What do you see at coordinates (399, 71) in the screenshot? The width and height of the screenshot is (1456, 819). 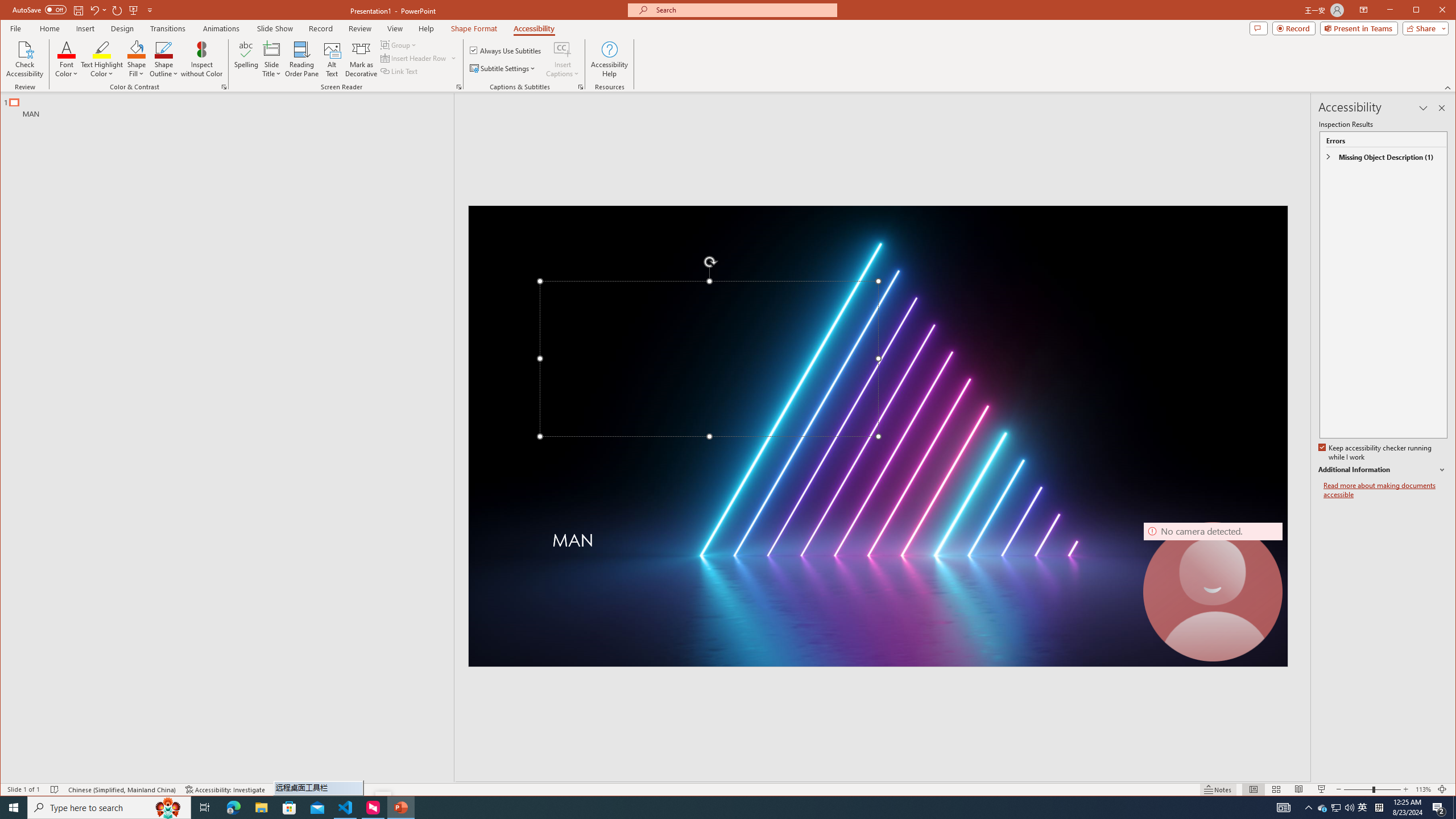 I see `'Link Text'` at bounding box center [399, 71].